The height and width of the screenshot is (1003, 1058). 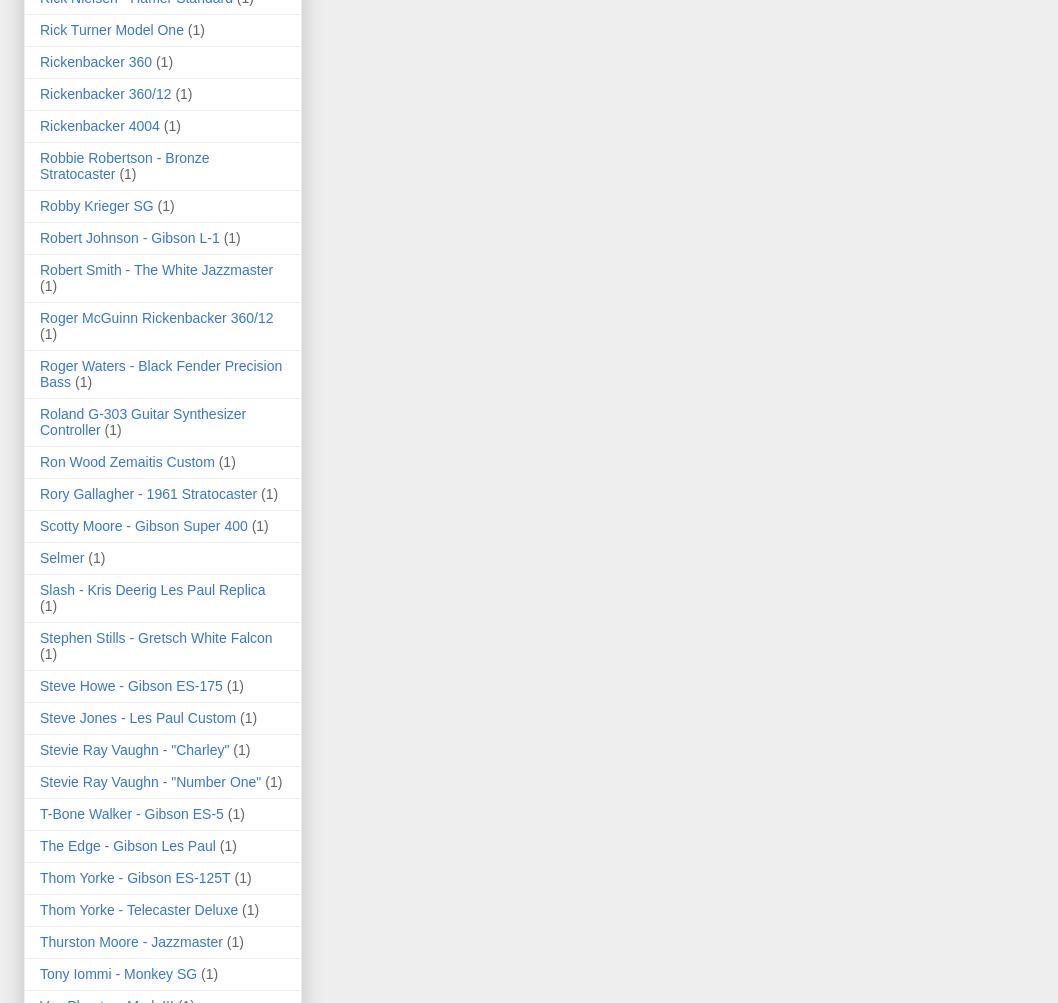 I want to click on 'Rickenbacker 360', so click(x=94, y=60).